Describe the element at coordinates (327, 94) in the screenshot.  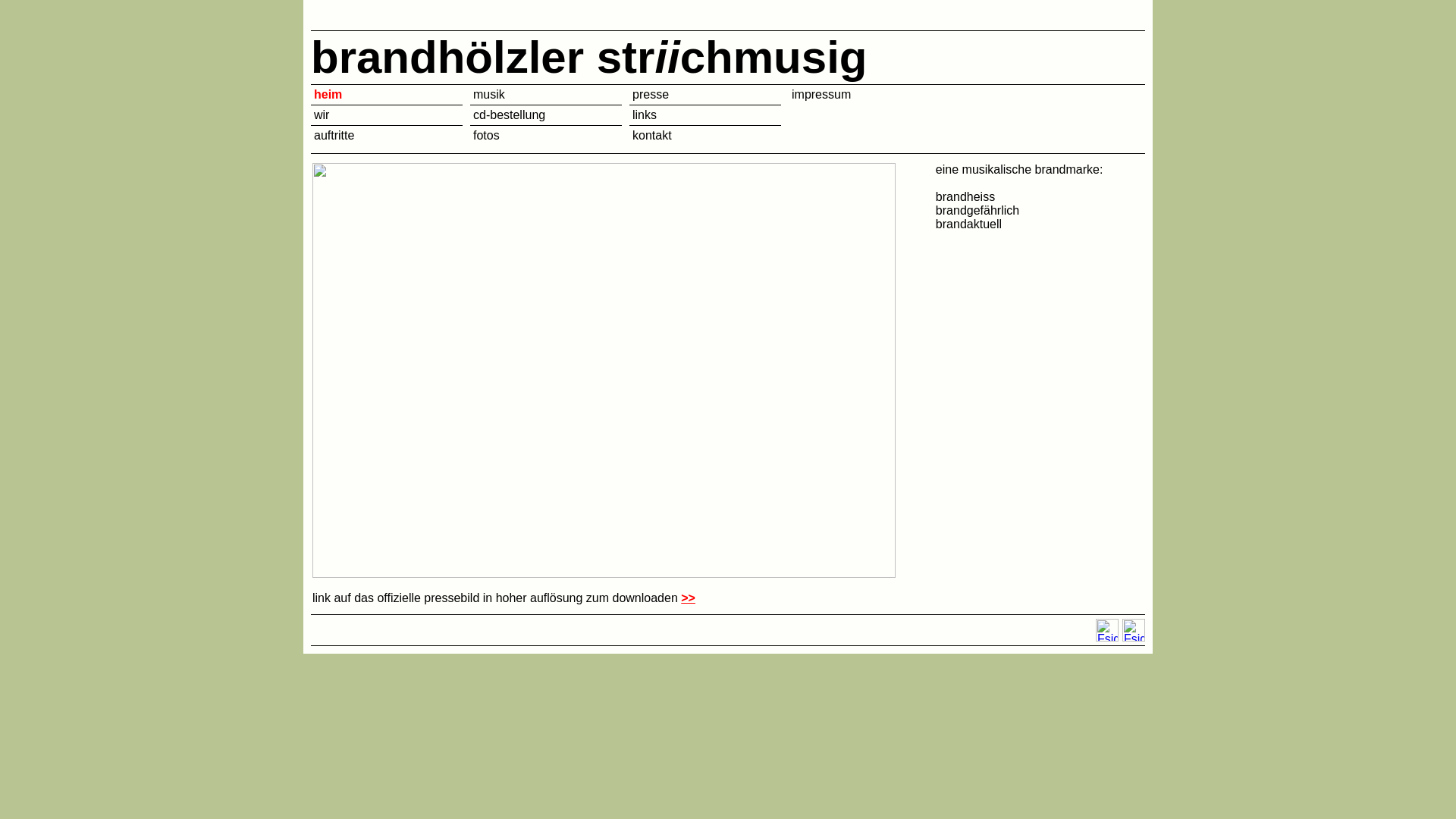
I see `'heim'` at that location.